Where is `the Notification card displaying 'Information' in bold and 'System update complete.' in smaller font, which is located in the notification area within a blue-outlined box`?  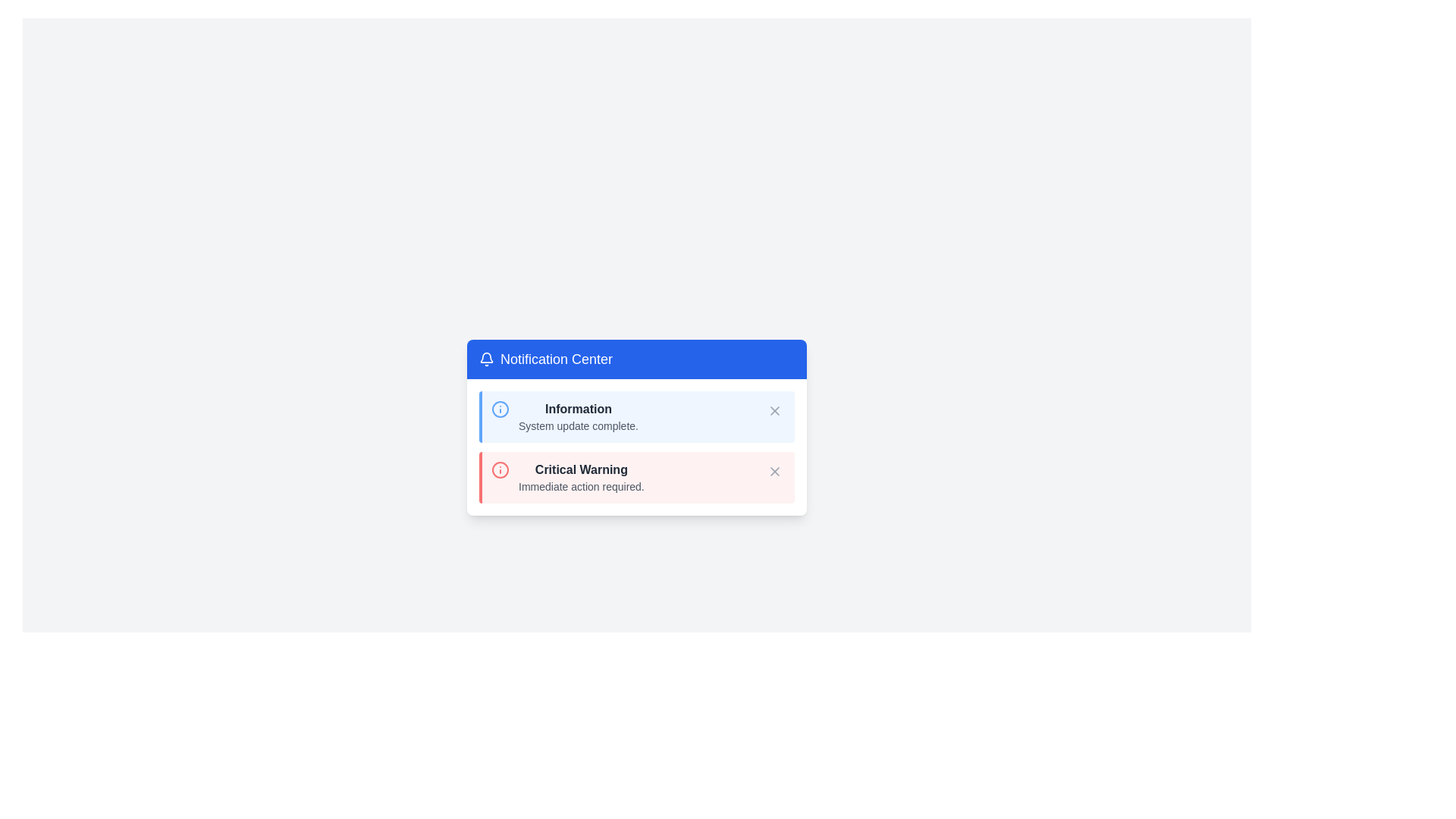
the Notification card displaying 'Information' in bold and 'System update complete.' in smaller font, which is located in the notification area within a blue-outlined box is located at coordinates (638, 417).